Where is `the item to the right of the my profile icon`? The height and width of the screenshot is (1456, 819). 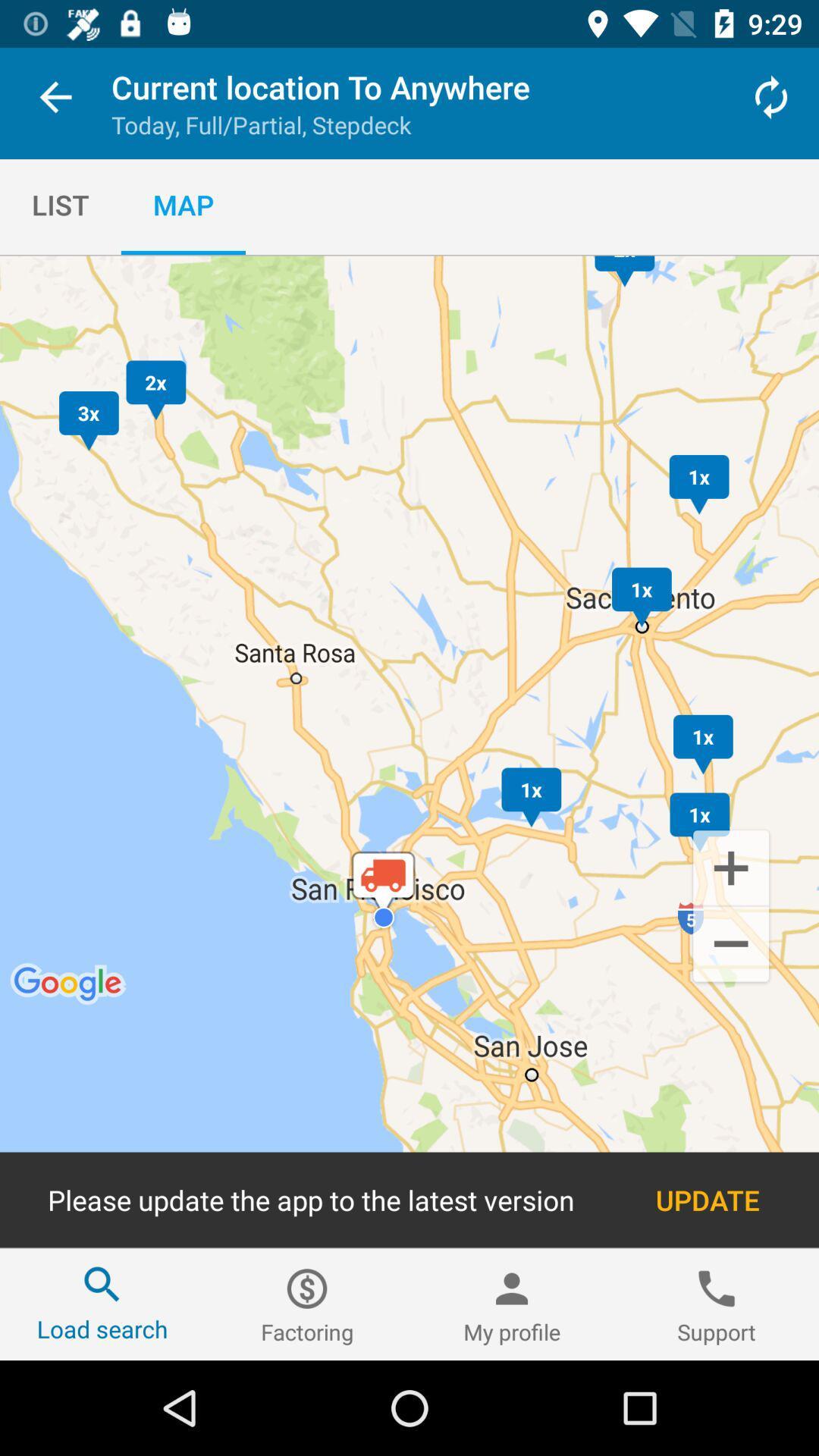
the item to the right of the my profile icon is located at coordinates (717, 1304).